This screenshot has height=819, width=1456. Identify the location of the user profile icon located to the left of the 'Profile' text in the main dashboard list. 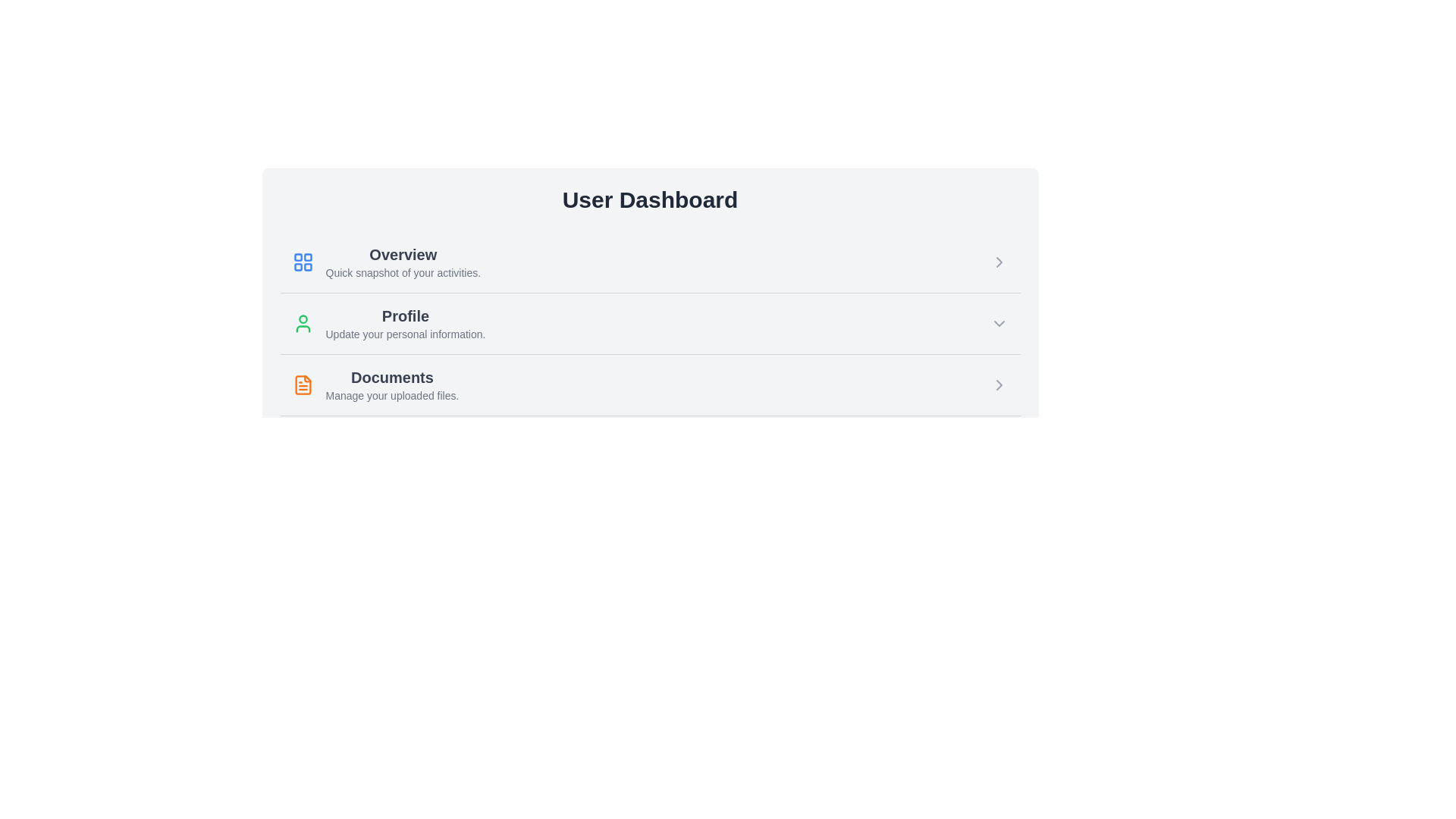
(303, 323).